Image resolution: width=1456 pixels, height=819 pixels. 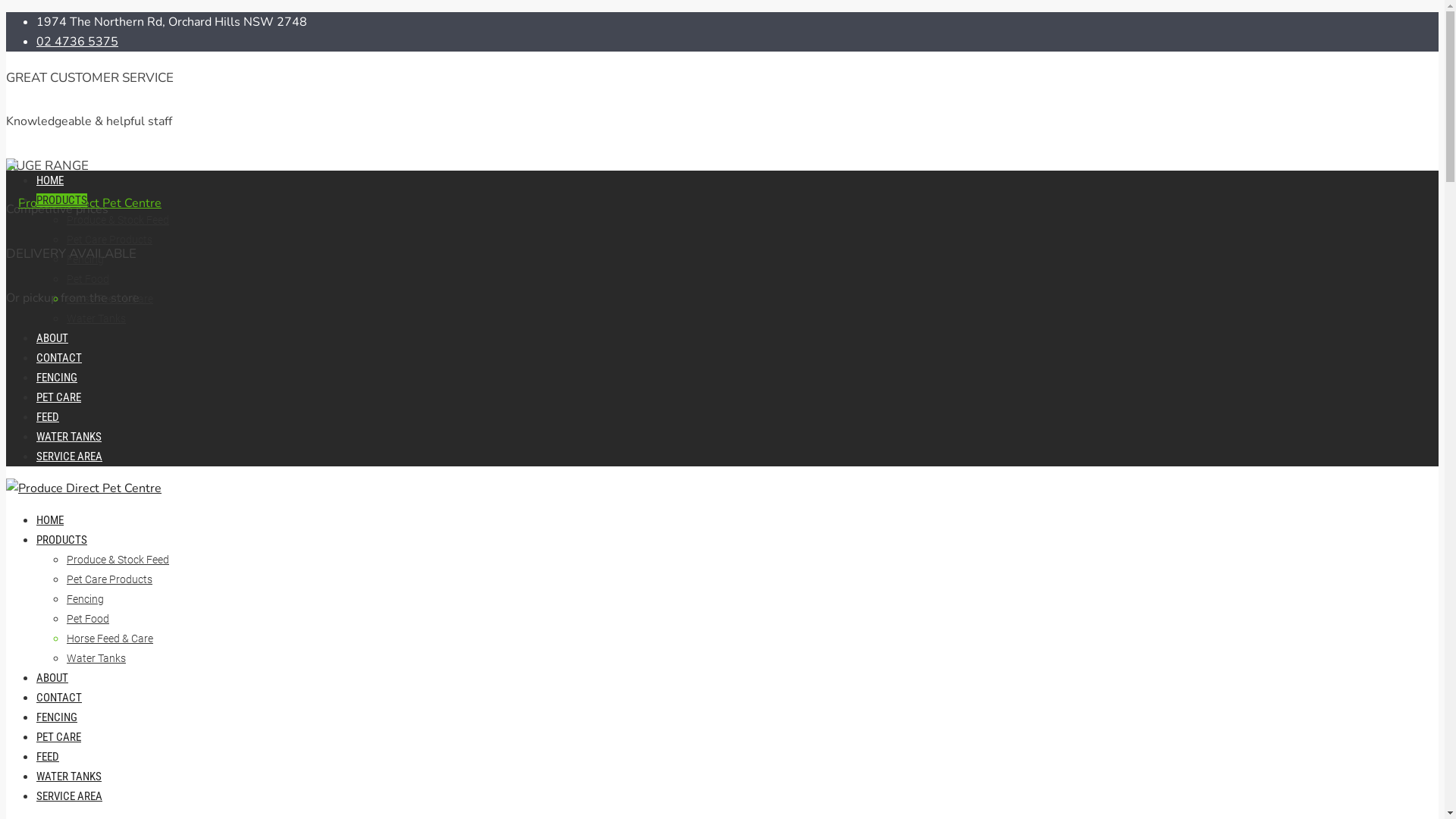 I want to click on 'Water Tanks', so click(x=95, y=318).